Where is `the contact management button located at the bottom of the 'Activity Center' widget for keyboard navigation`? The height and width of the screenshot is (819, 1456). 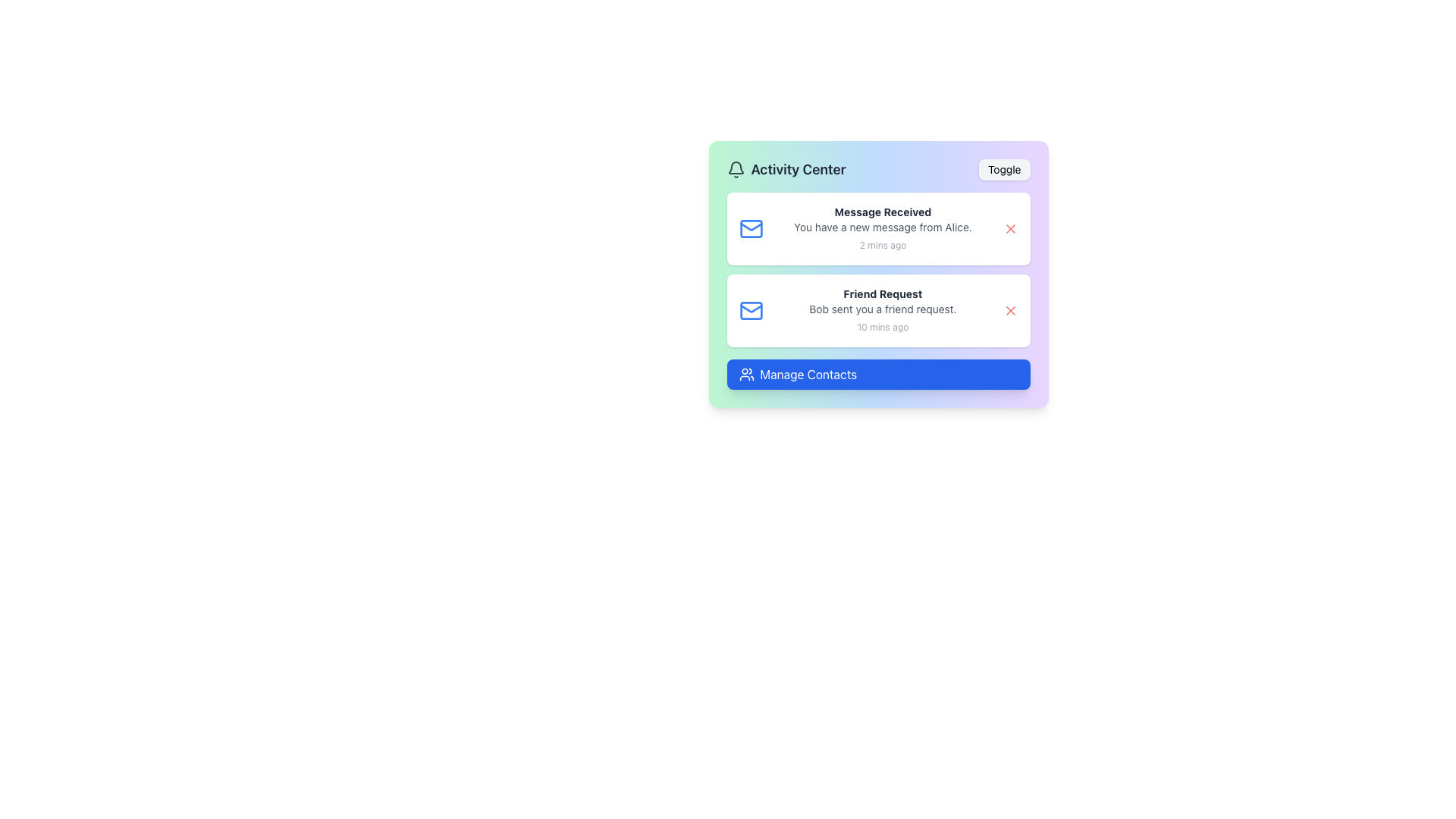 the contact management button located at the bottom of the 'Activity Center' widget for keyboard navigation is located at coordinates (878, 374).